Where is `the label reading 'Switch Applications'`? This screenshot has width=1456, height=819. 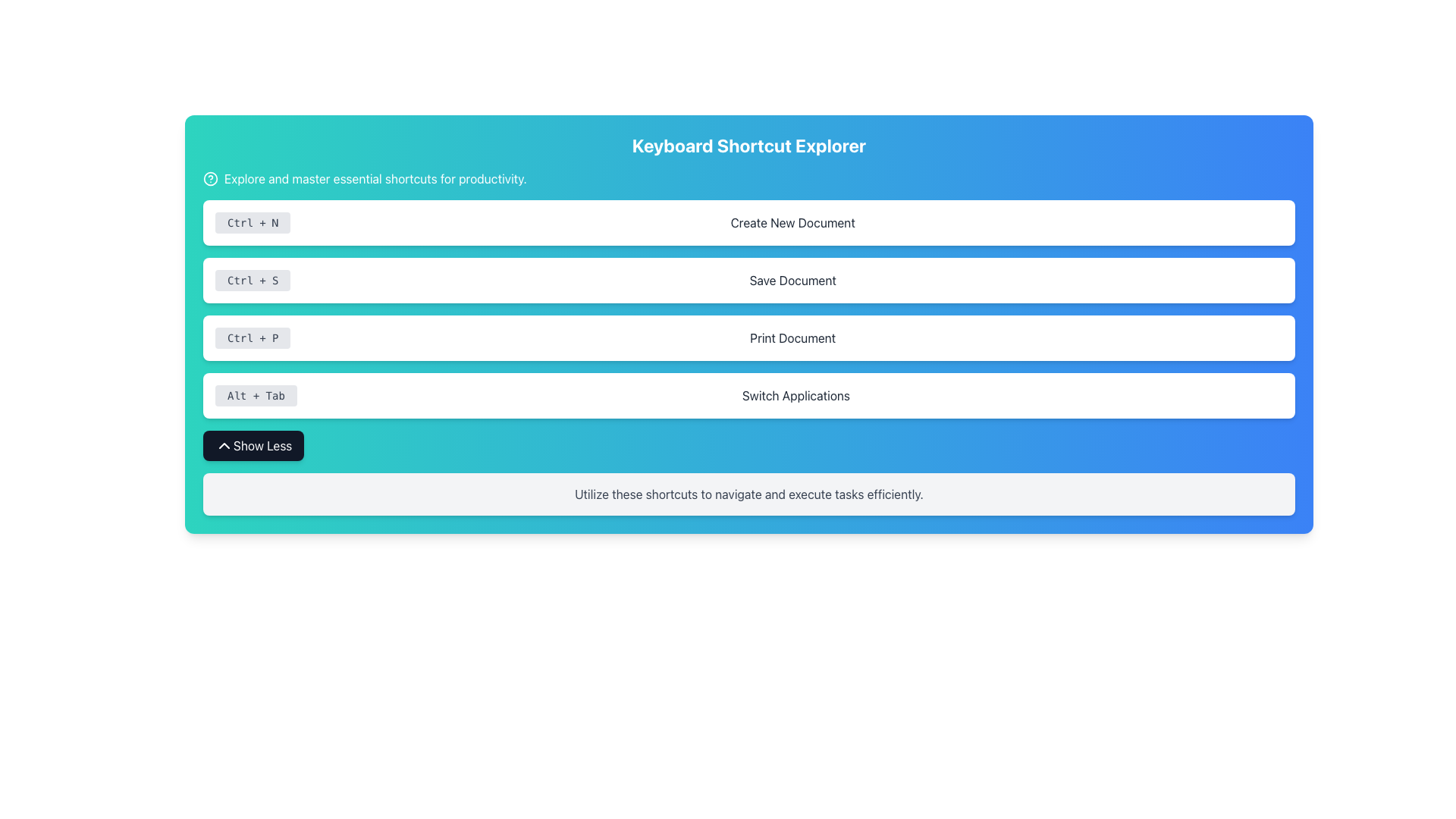 the label reading 'Switch Applications' is located at coordinates (795, 394).